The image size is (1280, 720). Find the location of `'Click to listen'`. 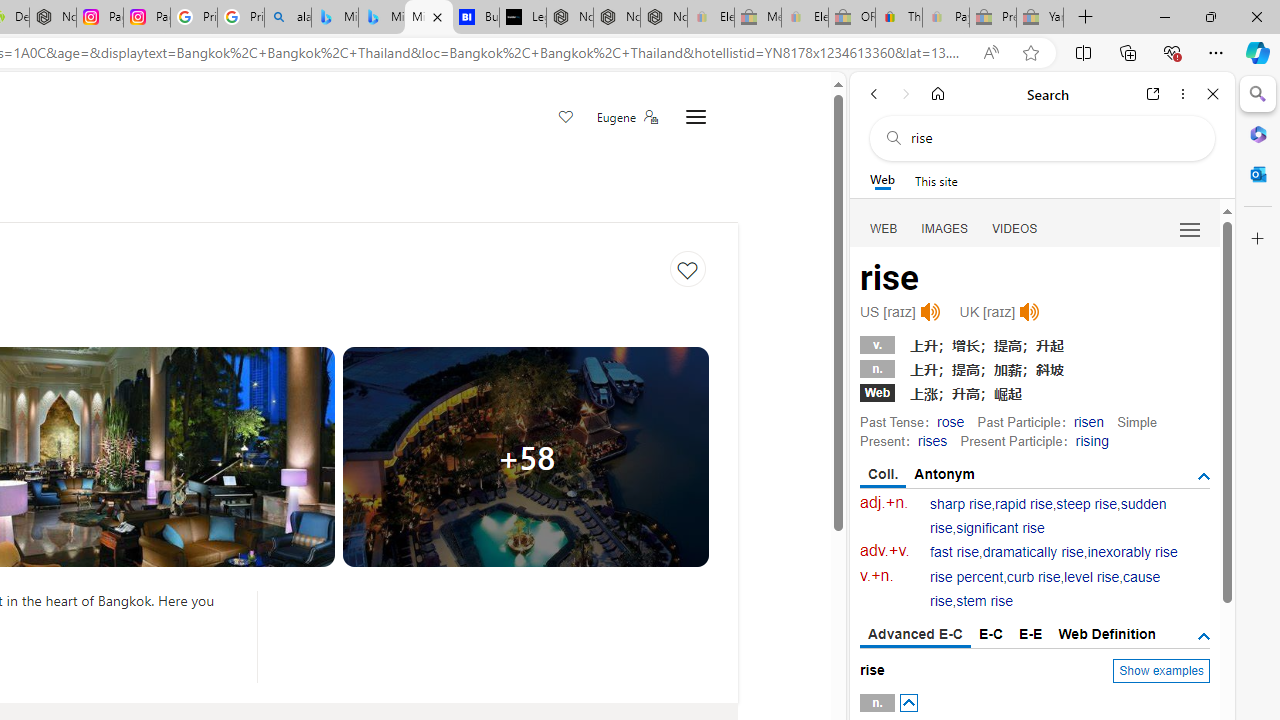

'Click to listen' is located at coordinates (1029, 312).